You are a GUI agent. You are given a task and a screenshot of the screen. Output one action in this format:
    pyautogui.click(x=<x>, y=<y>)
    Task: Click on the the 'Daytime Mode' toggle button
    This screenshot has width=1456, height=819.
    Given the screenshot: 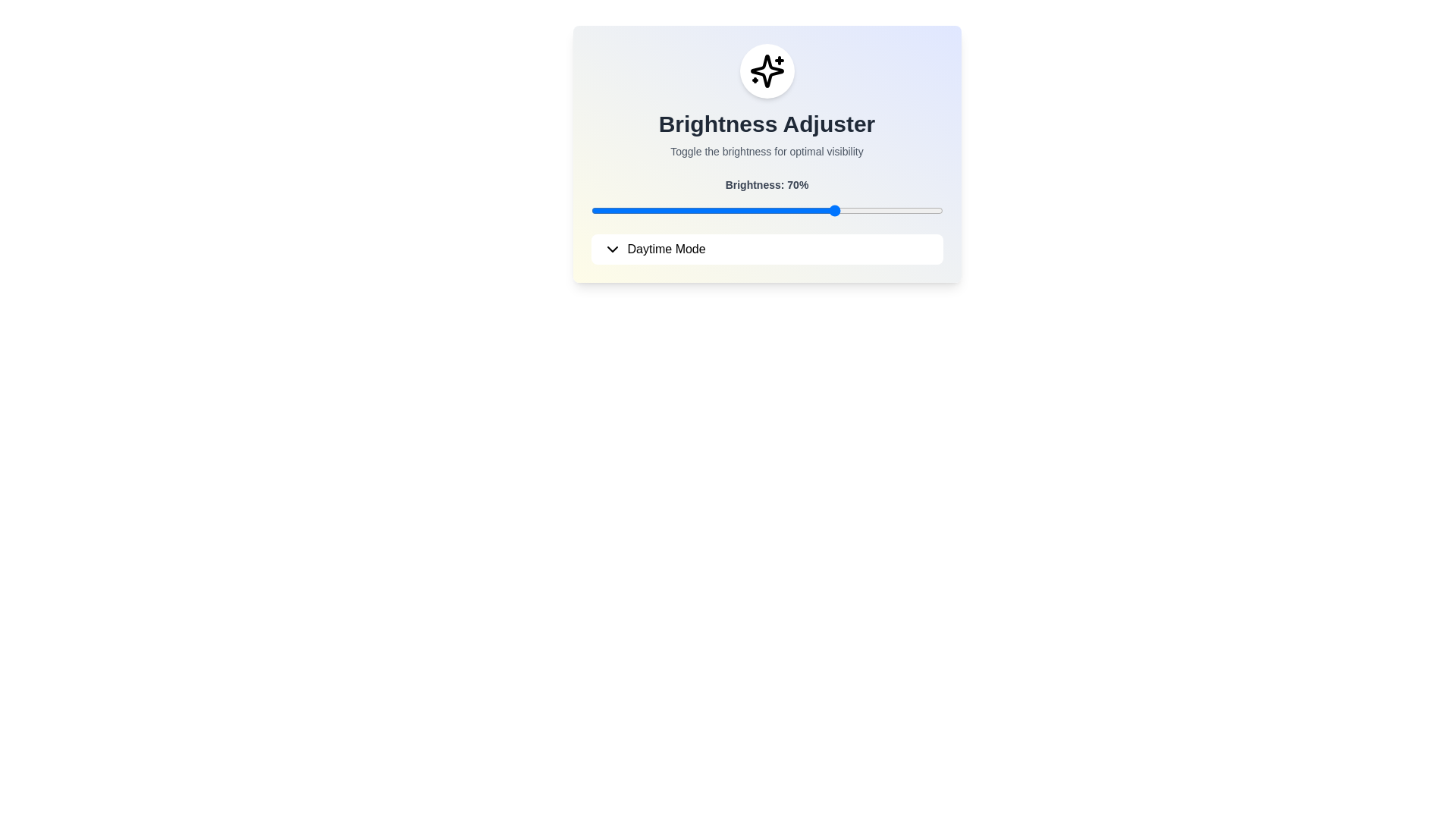 What is the action you would take?
    pyautogui.click(x=767, y=248)
    